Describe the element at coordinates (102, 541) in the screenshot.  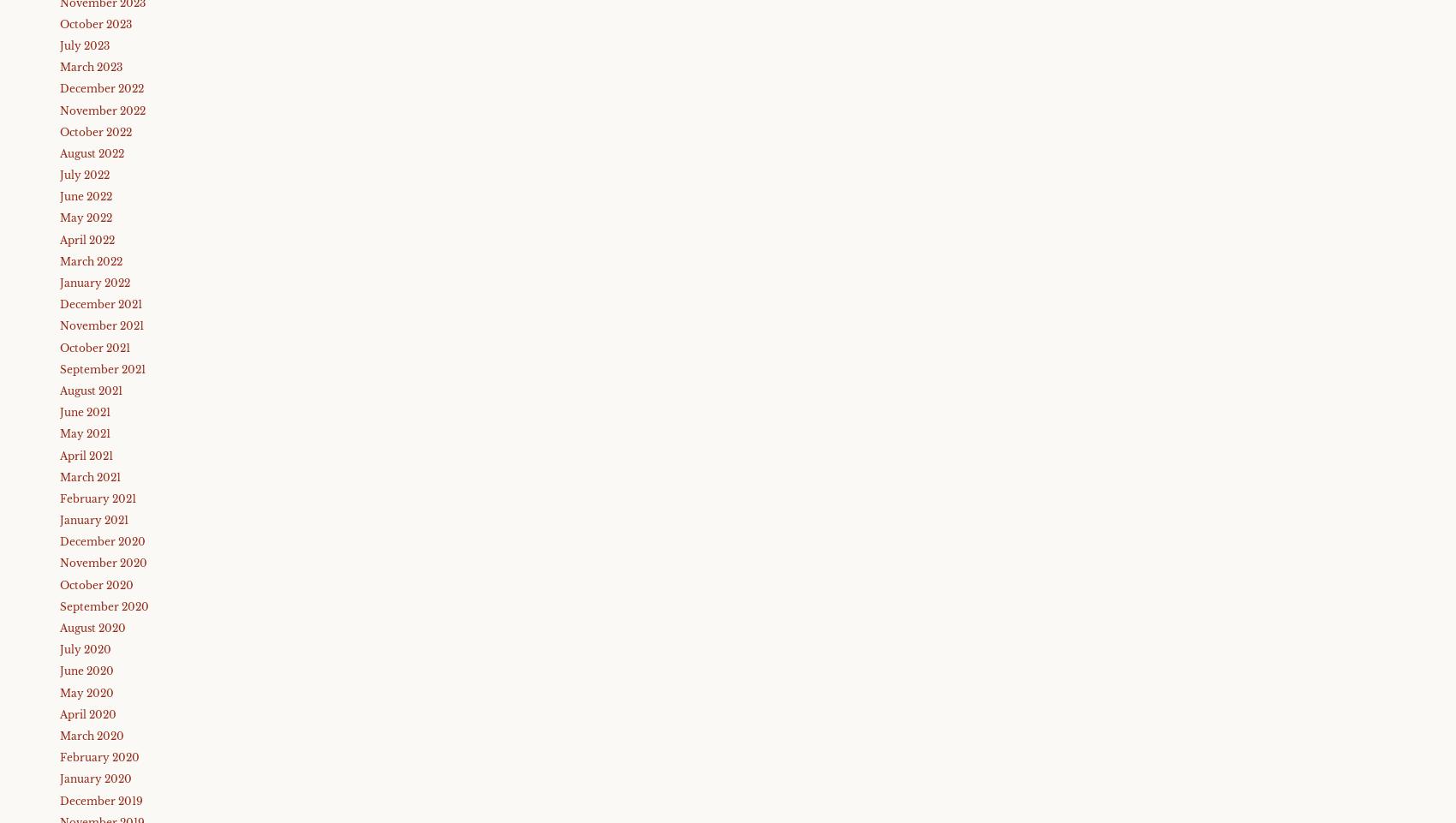
I see `'December 2020'` at that location.